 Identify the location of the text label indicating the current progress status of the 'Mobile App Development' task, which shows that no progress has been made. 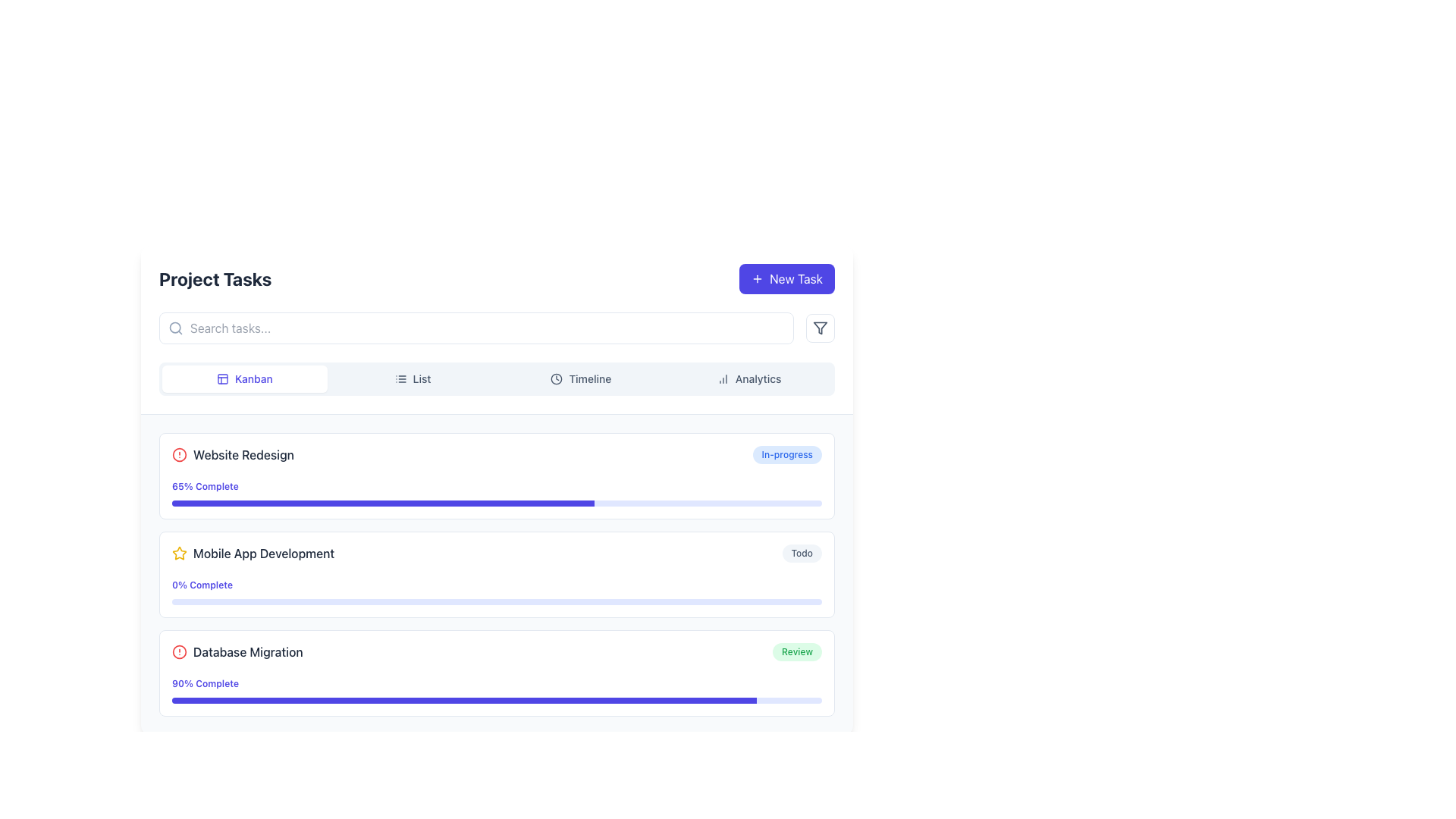
(202, 584).